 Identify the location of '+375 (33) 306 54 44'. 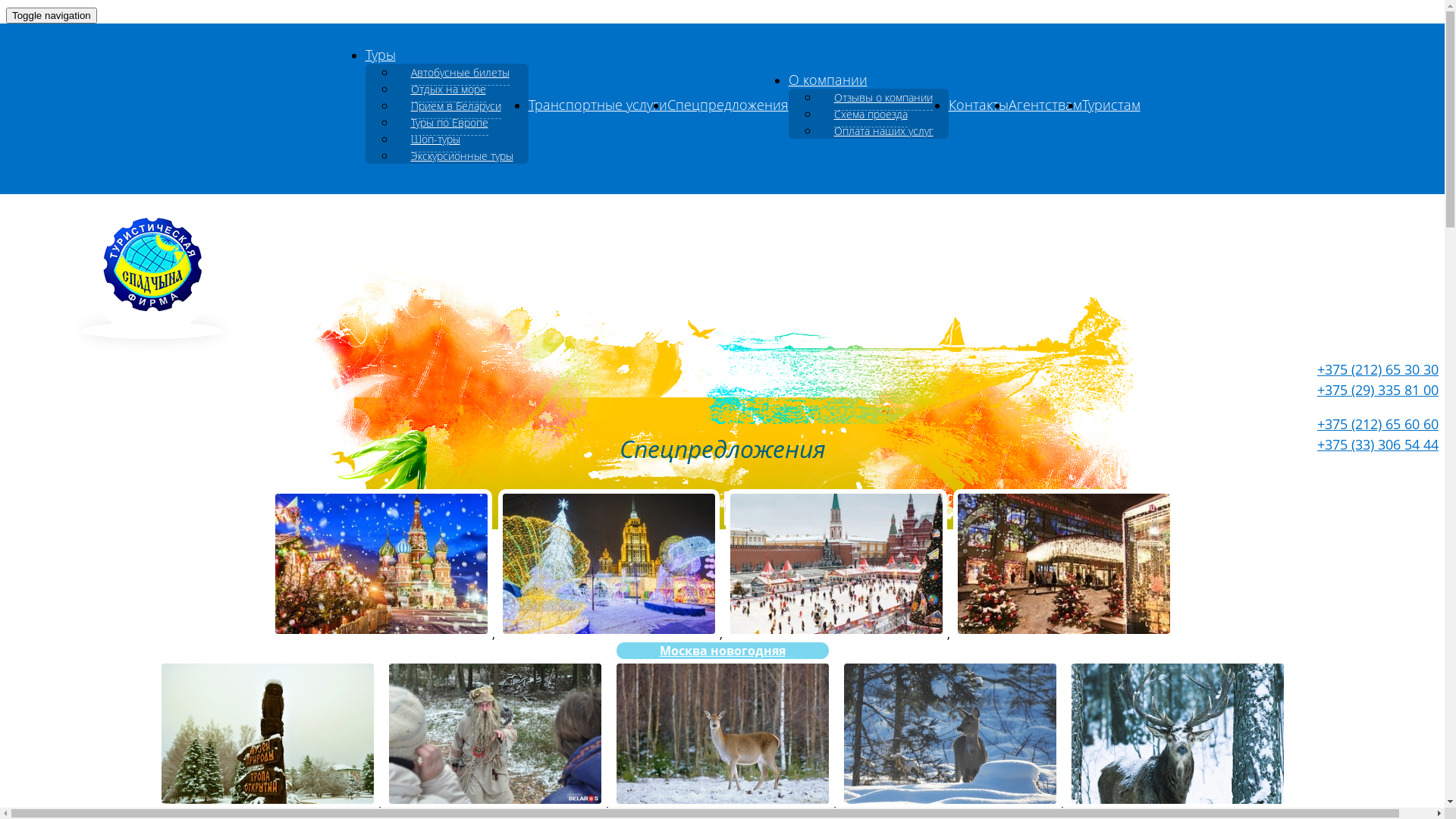
(1378, 444).